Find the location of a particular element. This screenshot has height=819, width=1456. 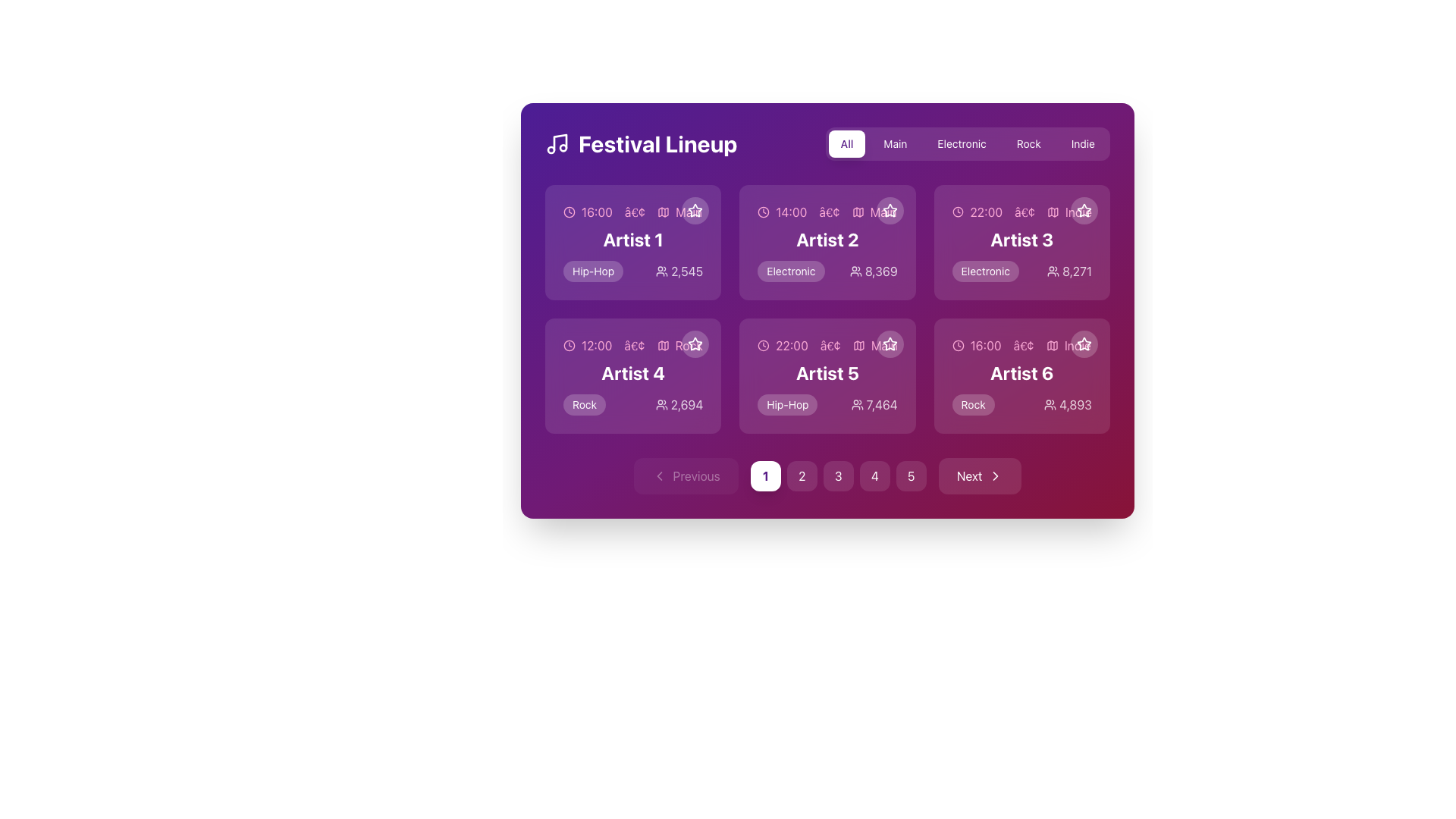

the Interactive star icon located in the top-right corner of the 'Artist 6' card is located at coordinates (1084, 344).